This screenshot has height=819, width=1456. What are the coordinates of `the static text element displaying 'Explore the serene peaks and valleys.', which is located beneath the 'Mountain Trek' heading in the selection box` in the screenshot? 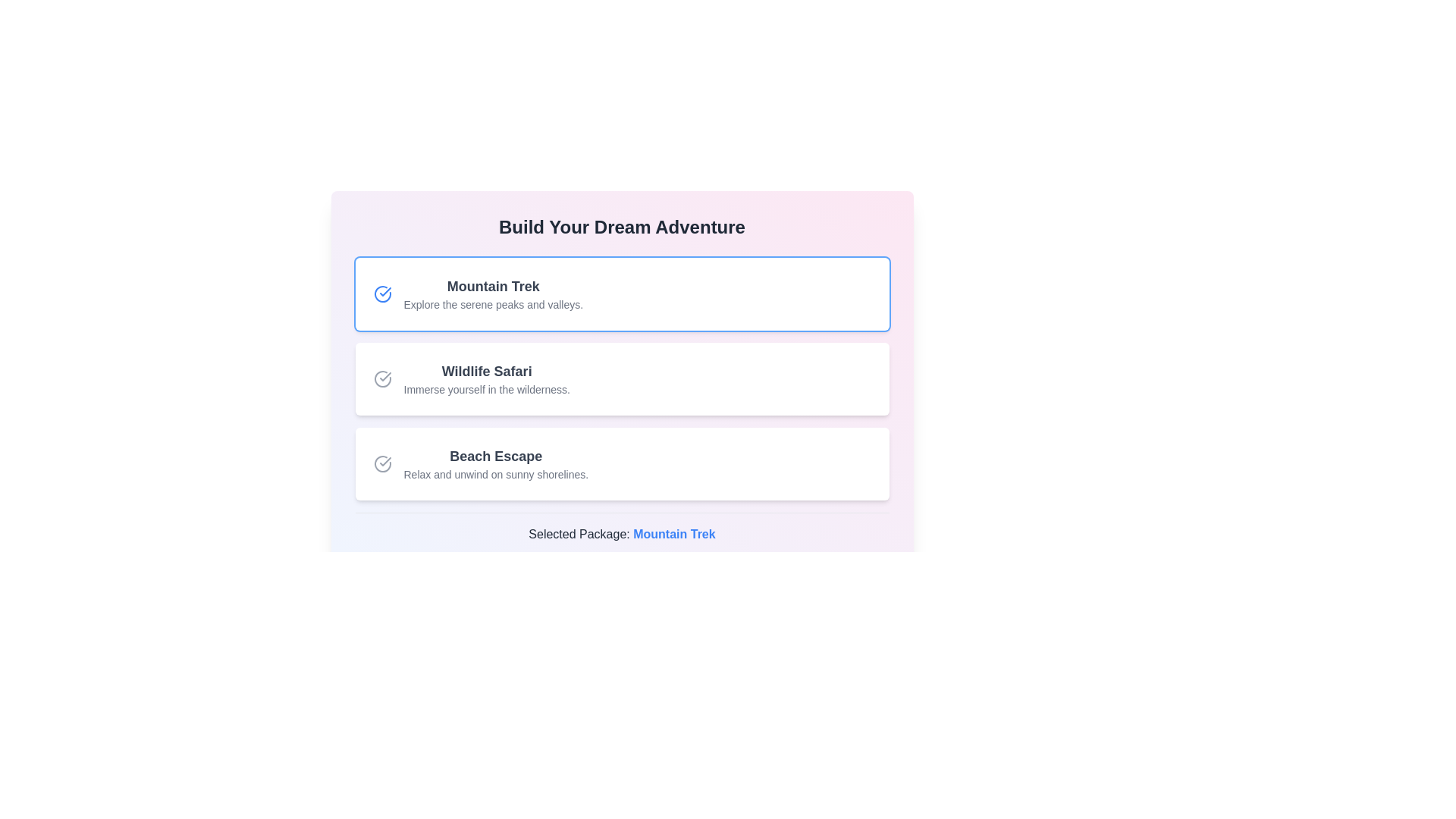 It's located at (493, 304).